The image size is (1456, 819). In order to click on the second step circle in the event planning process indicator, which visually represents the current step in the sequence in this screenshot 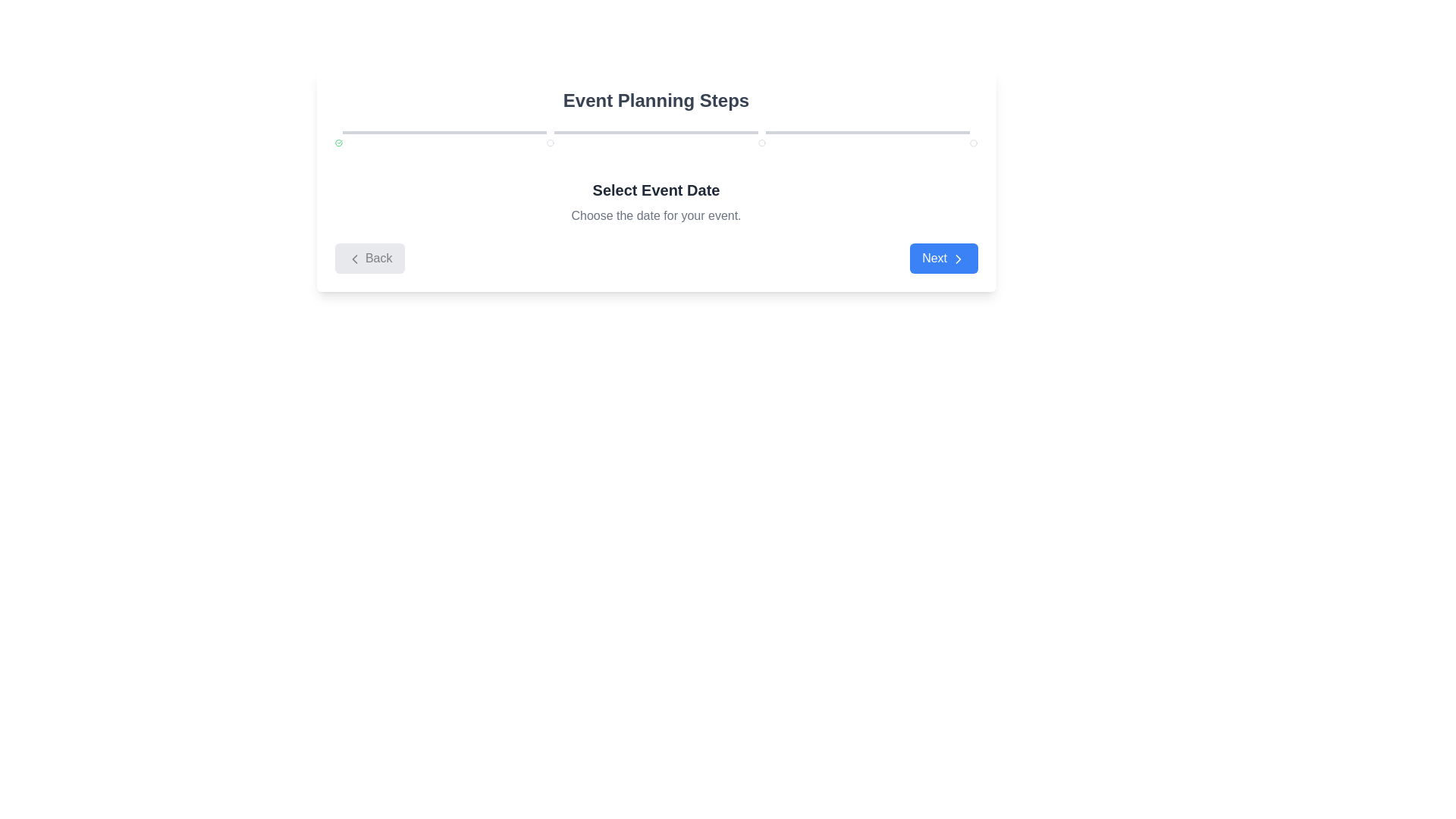, I will do `click(549, 143)`.